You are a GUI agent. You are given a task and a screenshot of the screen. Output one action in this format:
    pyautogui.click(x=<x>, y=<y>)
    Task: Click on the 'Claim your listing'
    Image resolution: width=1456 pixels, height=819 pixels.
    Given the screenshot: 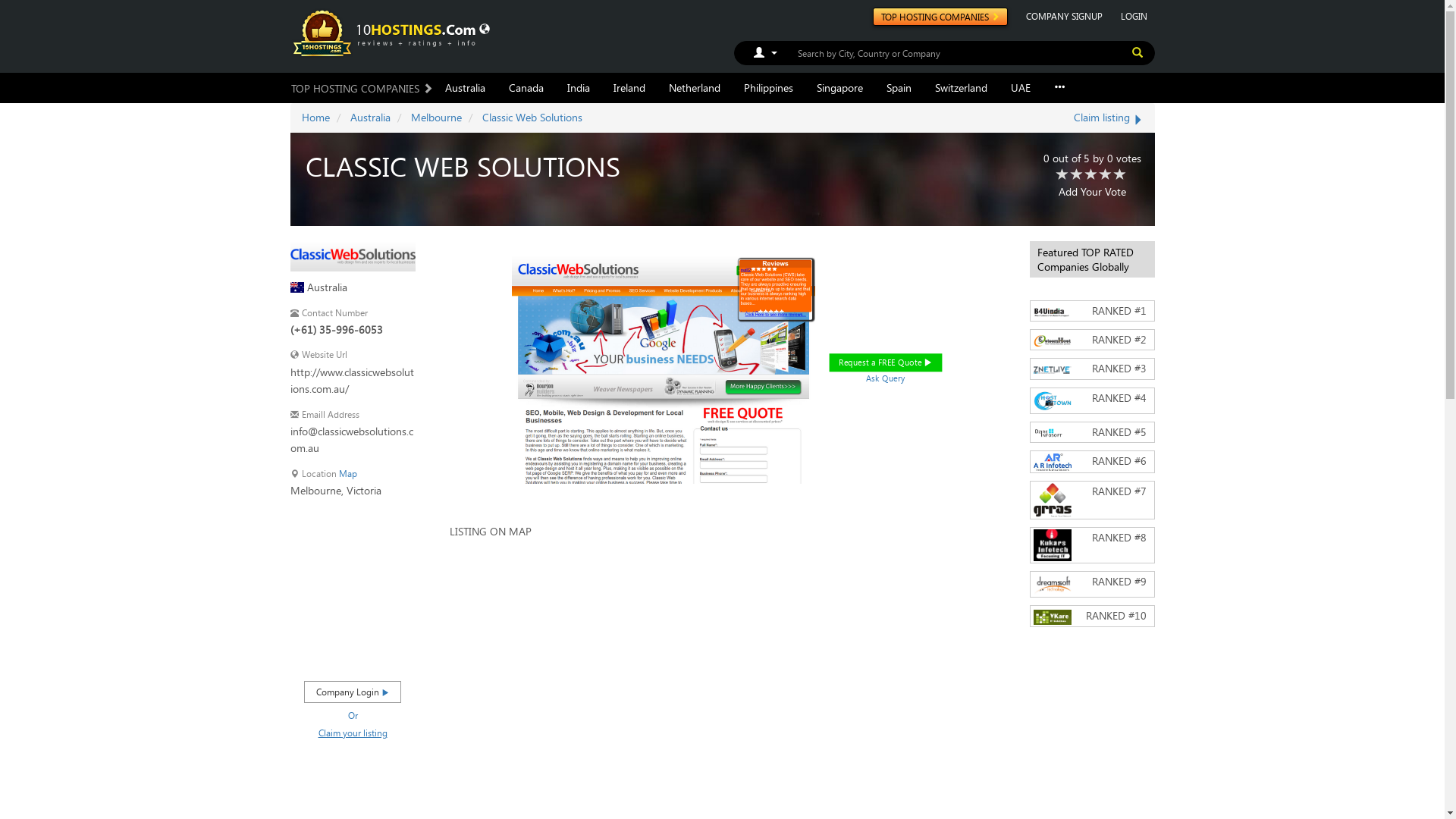 What is the action you would take?
    pyautogui.click(x=318, y=731)
    